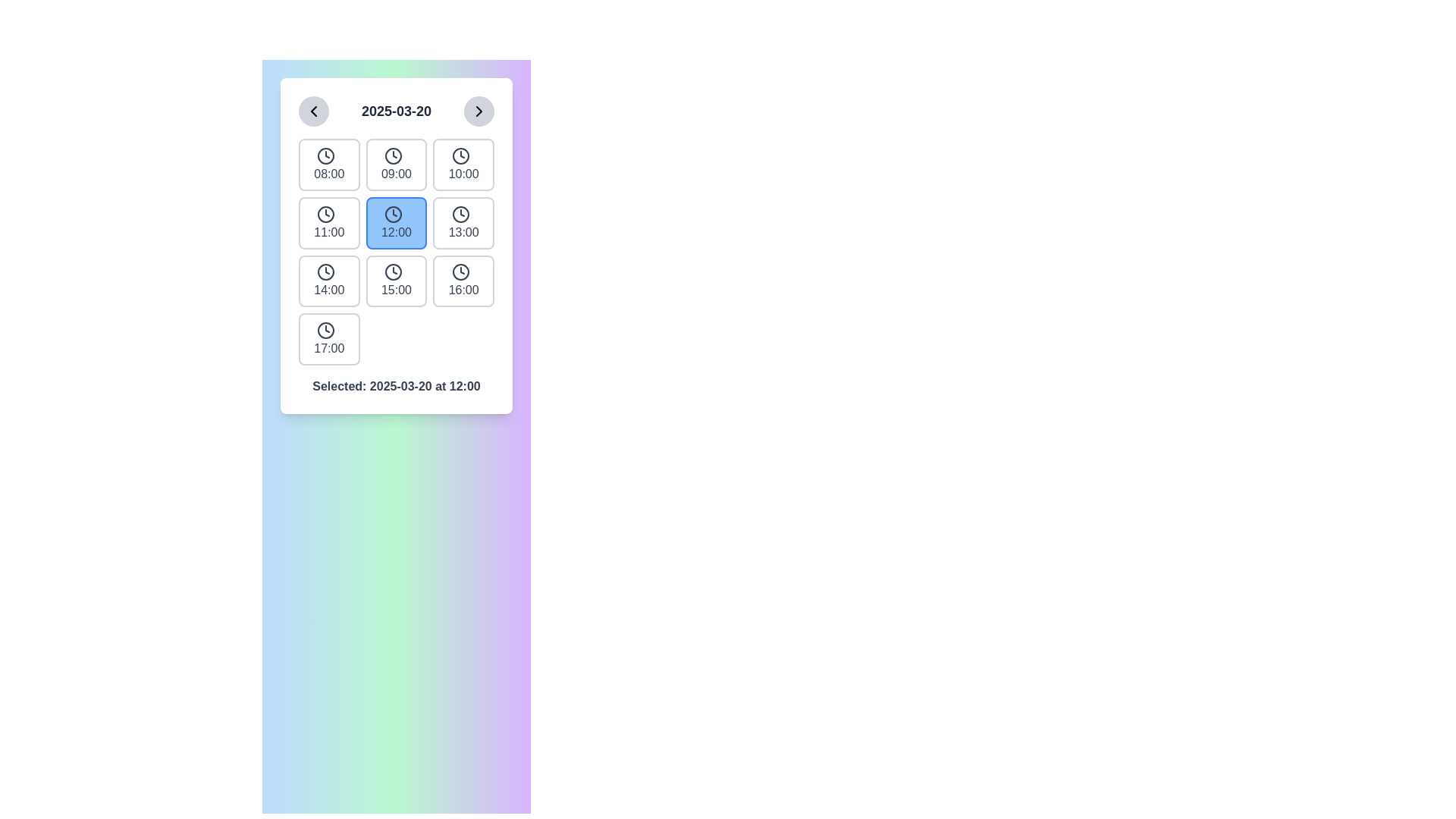 Image resolution: width=1456 pixels, height=819 pixels. What do you see at coordinates (325, 330) in the screenshot?
I see `the circular stroke within the SVG clock icon associated with the time slot '17:00'` at bounding box center [325, 330].